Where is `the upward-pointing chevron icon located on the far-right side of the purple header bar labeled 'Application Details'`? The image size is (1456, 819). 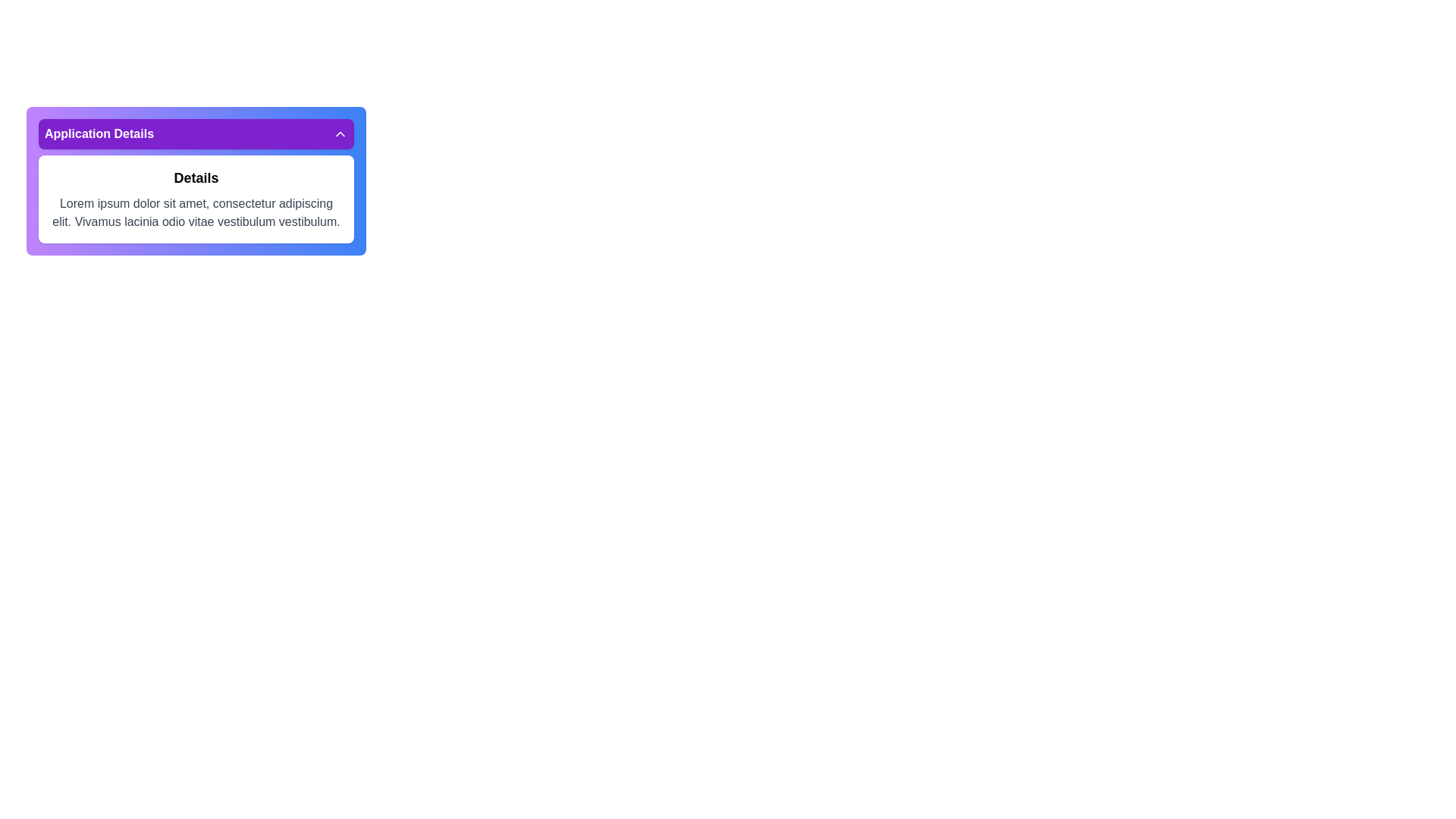 the upward-pointing chevron icon located on the far-right side of the purple header bar labeled 'Application Details' is located at coordinates (340, 133).